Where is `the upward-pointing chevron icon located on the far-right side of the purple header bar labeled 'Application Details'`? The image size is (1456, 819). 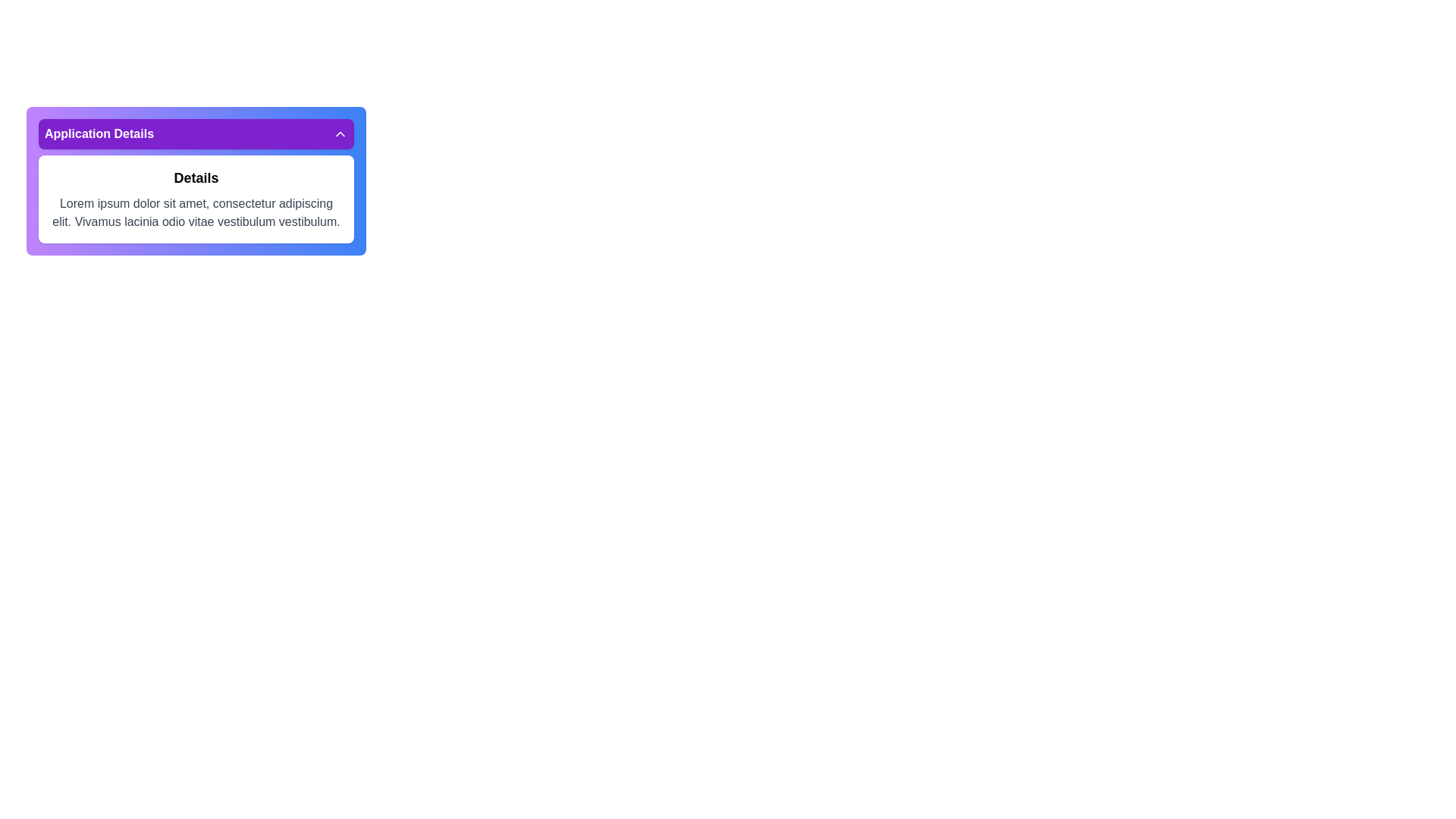 the upward-pointing chevron icon located on the far-right side of the purple header bar labeled 'Application Details' is located at coordinates (340, 133).